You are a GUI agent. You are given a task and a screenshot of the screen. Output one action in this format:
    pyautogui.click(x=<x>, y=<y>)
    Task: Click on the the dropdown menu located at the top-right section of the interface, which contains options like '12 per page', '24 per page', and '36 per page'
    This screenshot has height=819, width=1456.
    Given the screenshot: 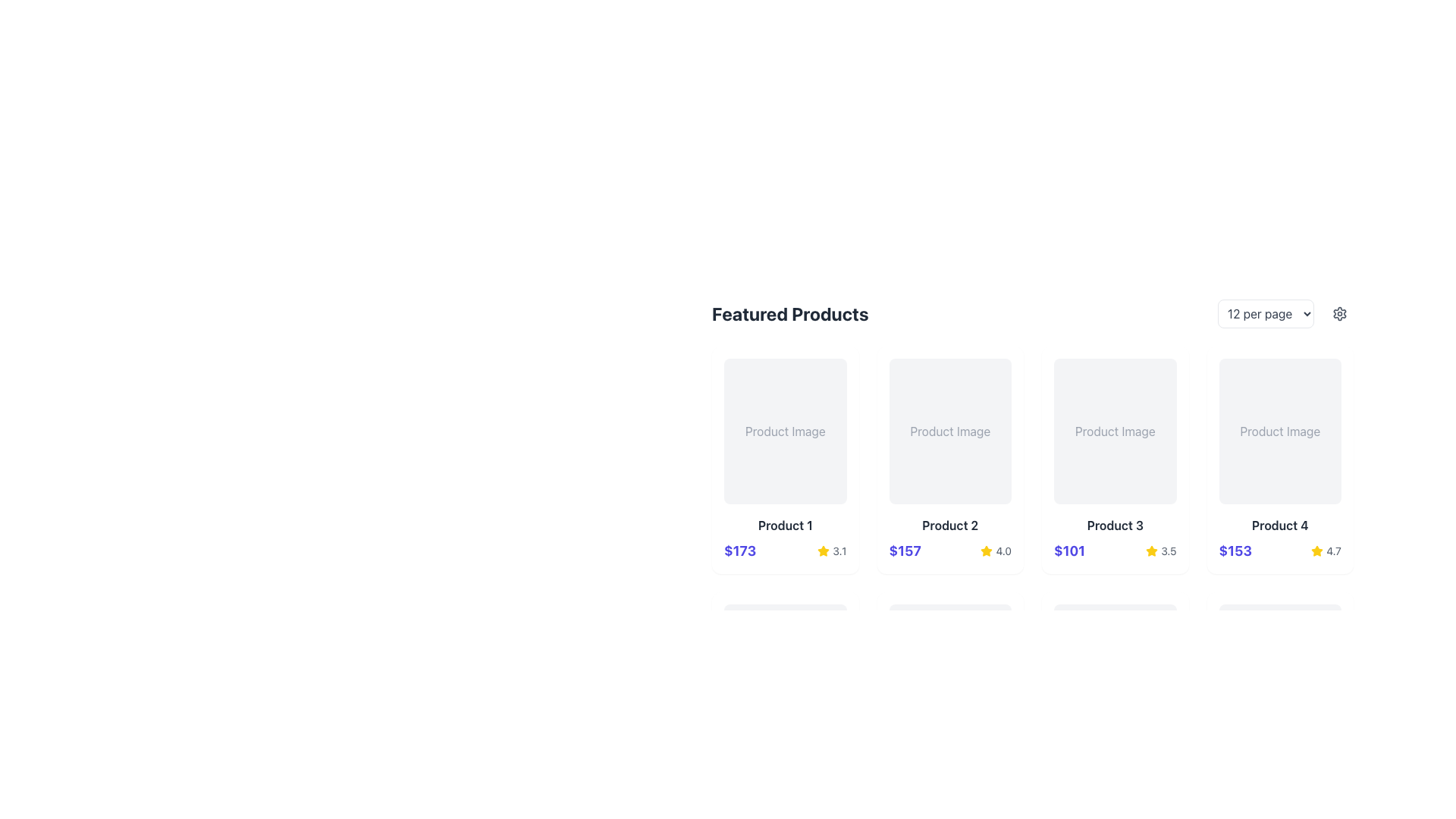 What is the action you would take?
    pyautogui.click(x=1266, y=312)
    